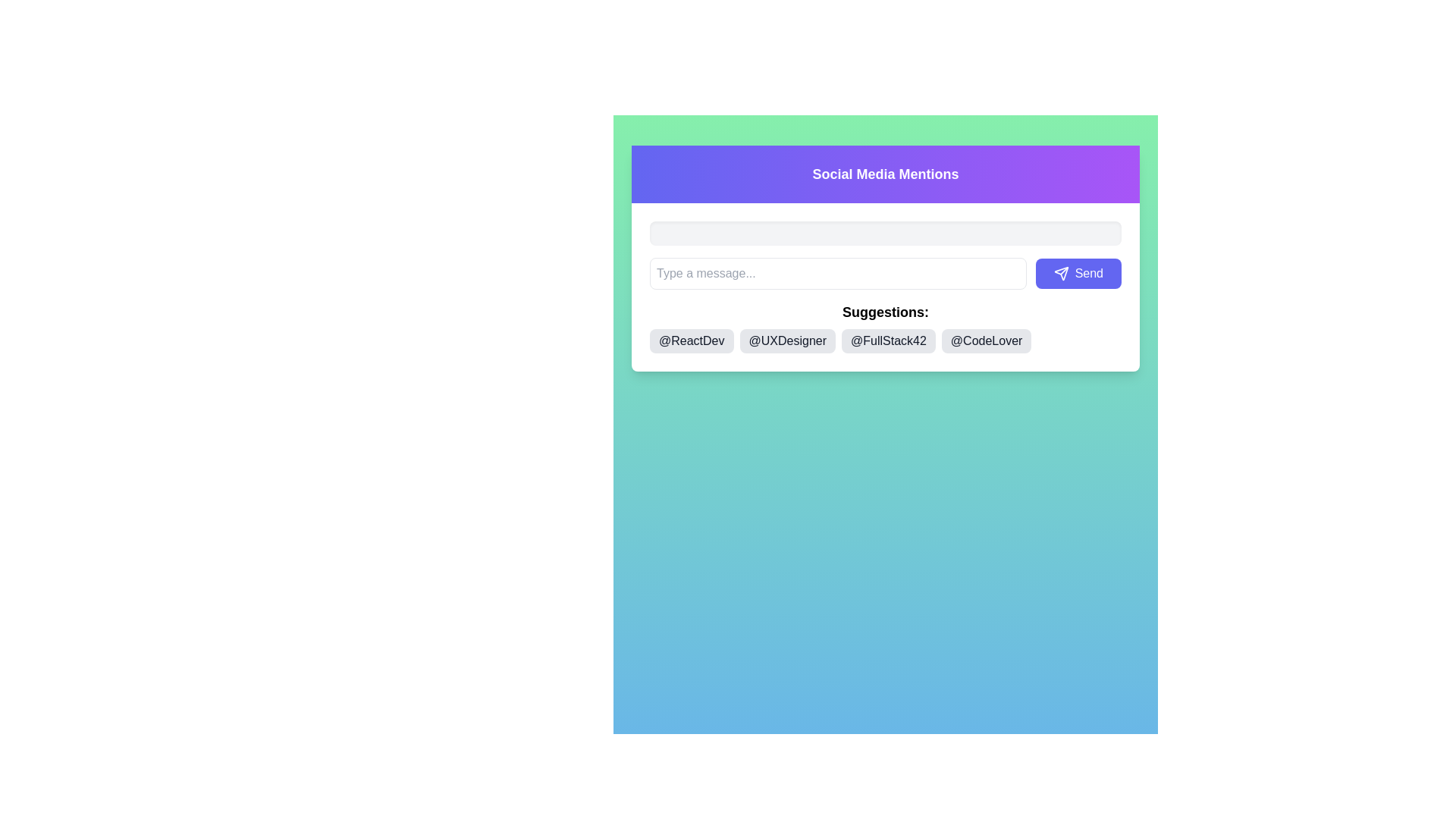 The image size is (1456, 819). I want to click on the interactive tag-like element for '@CodeLover', so click(987, 341).